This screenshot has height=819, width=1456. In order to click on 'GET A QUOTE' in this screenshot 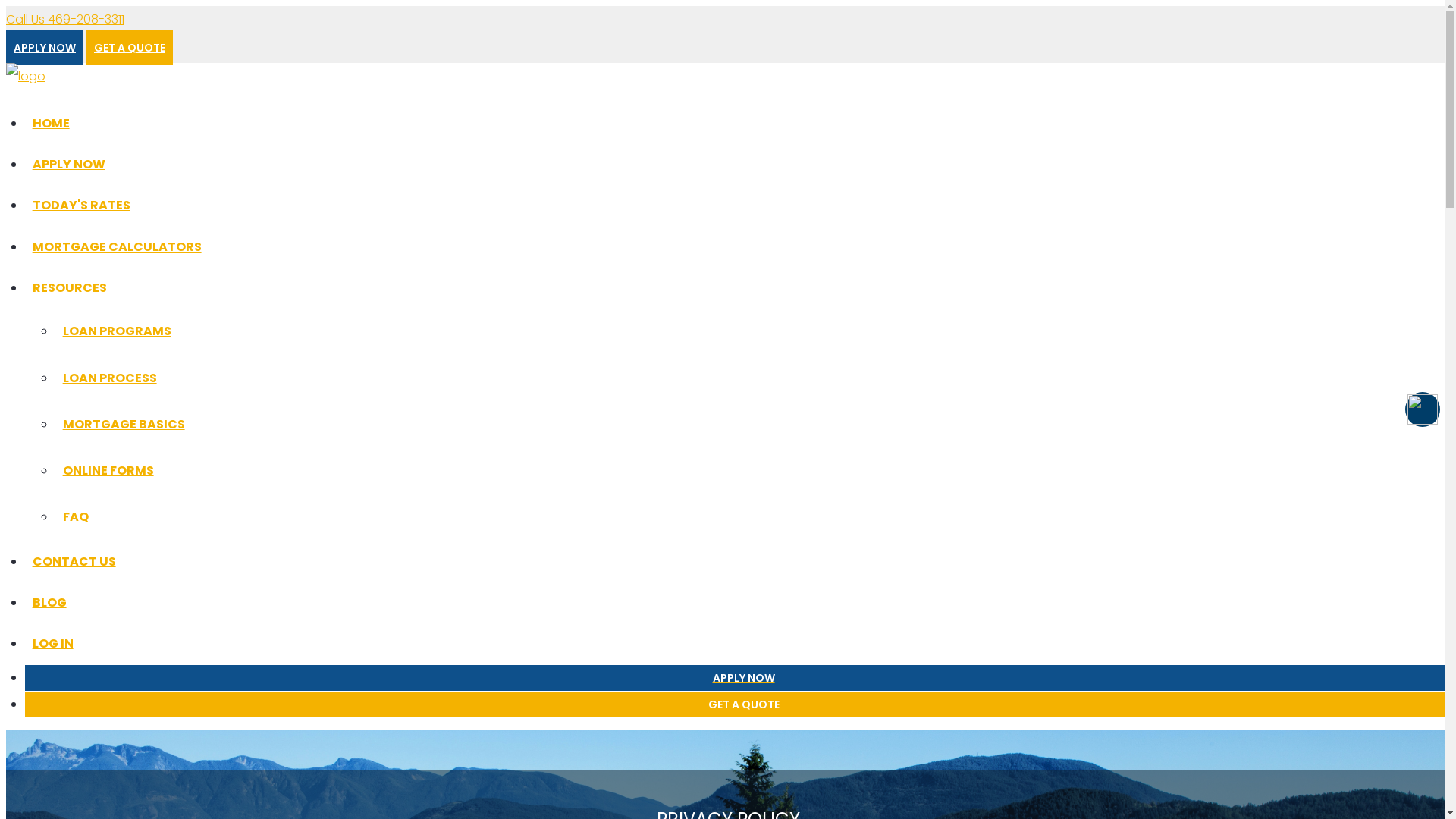, I will do `click(130, 46)`.